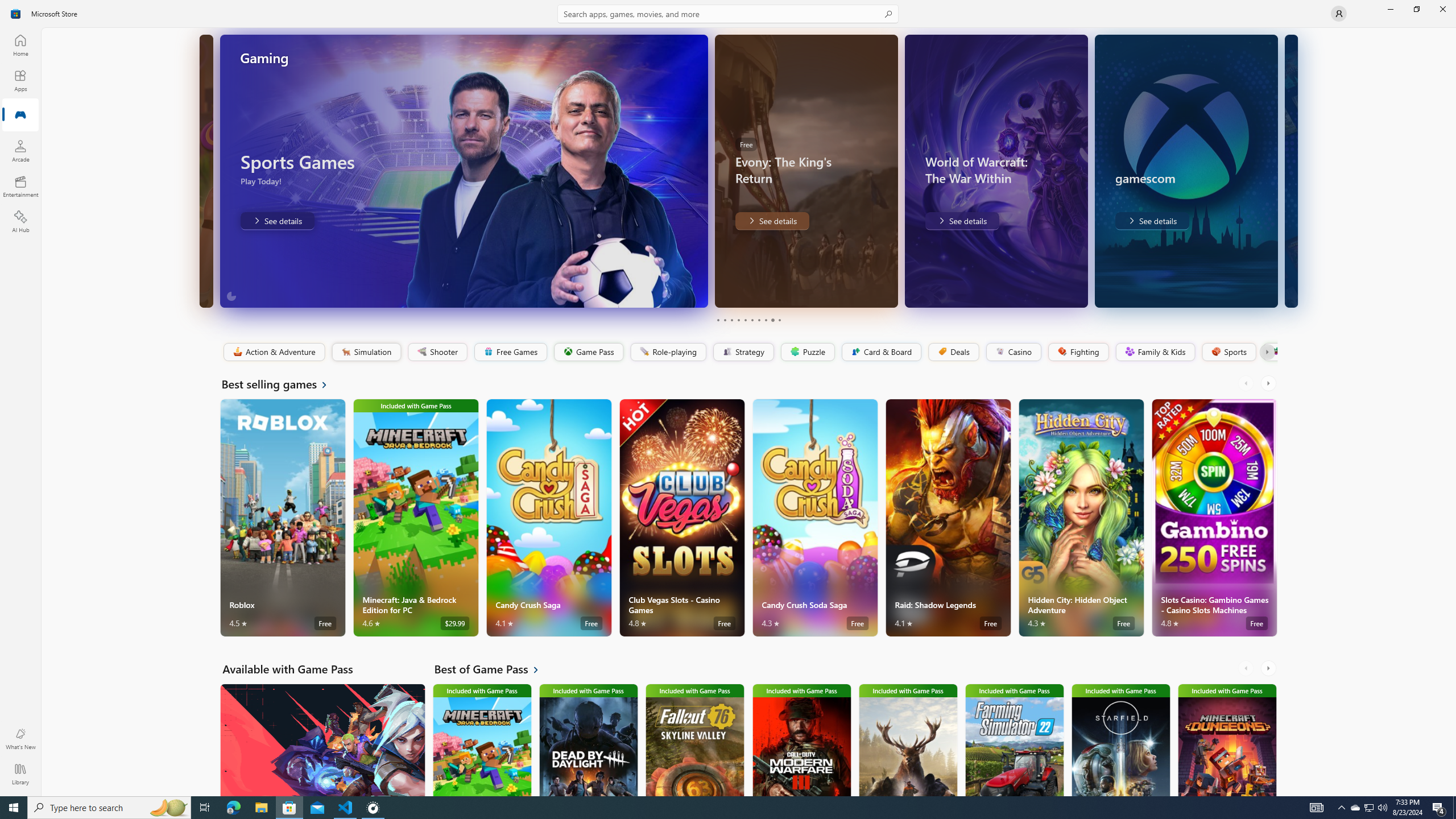 This screenshot has width=1456, height=819. I want to click on 'Page 7', so click(758, 320).